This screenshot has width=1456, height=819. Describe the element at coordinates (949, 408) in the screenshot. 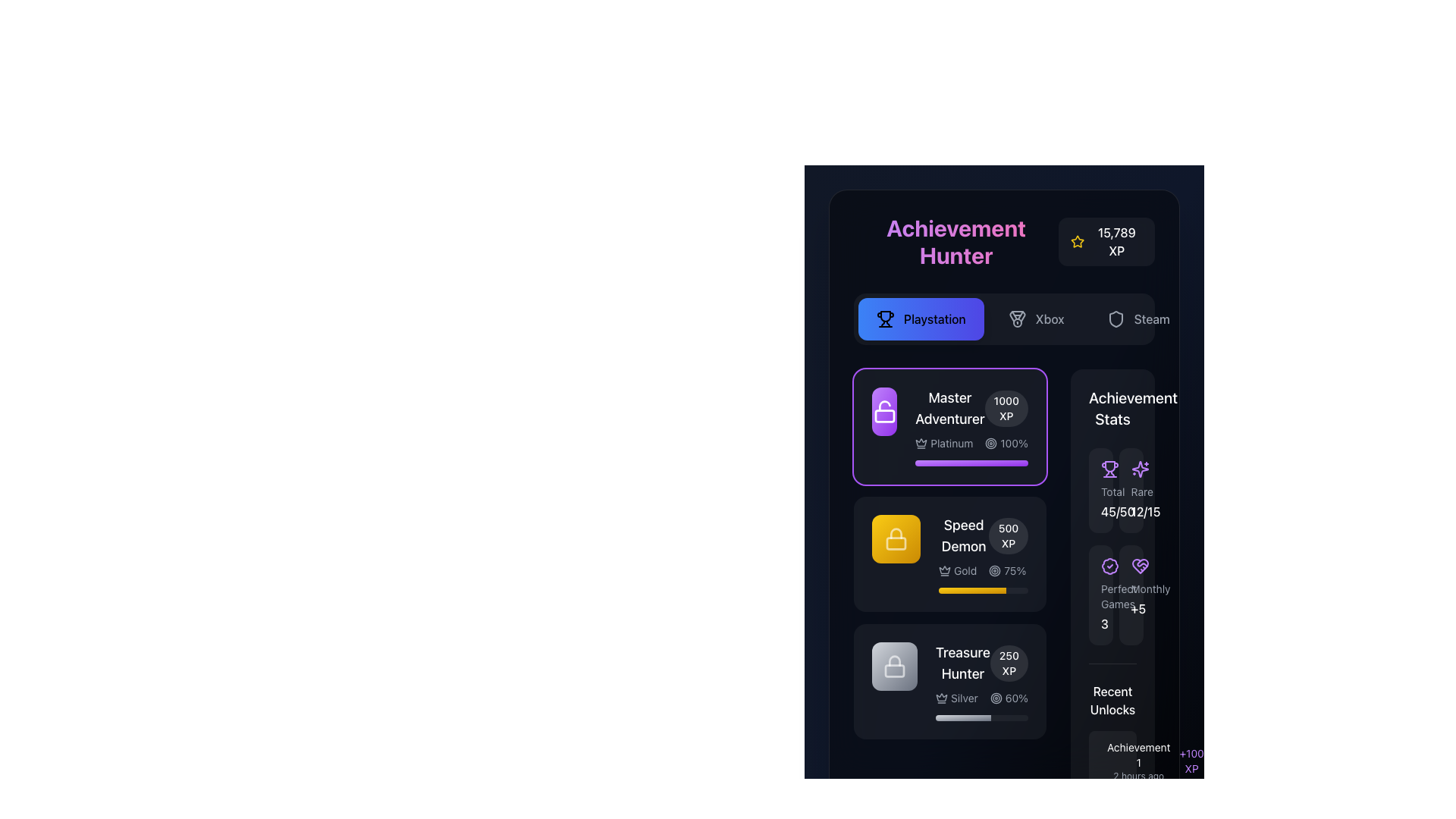

I see `the 'Master Adventurer' text label displayed in bold white font on the left side of the achievement card` at that location.